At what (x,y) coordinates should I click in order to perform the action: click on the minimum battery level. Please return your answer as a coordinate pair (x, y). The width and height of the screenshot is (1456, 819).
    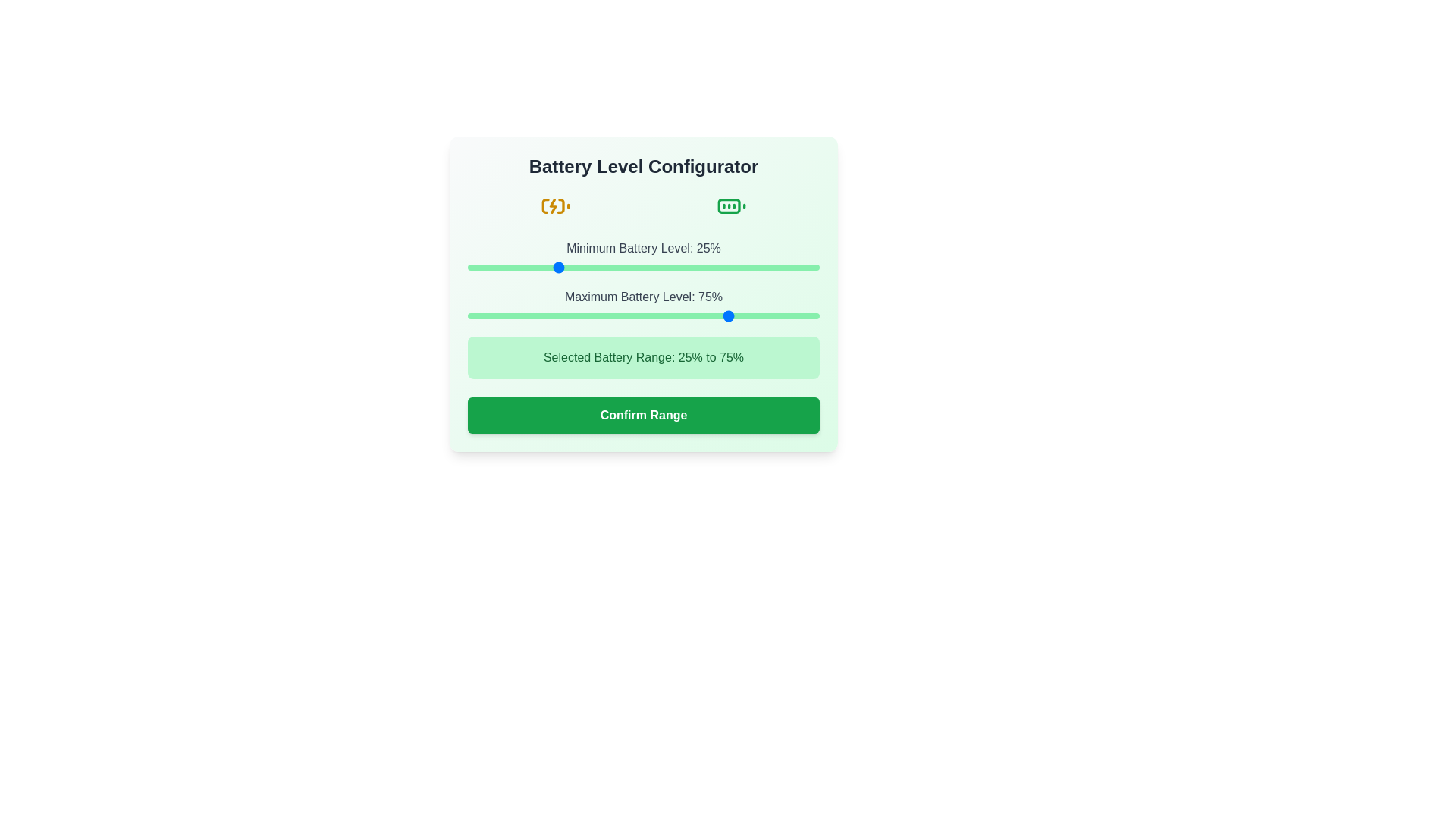
    Looking at the image, I should click on (548, 267).